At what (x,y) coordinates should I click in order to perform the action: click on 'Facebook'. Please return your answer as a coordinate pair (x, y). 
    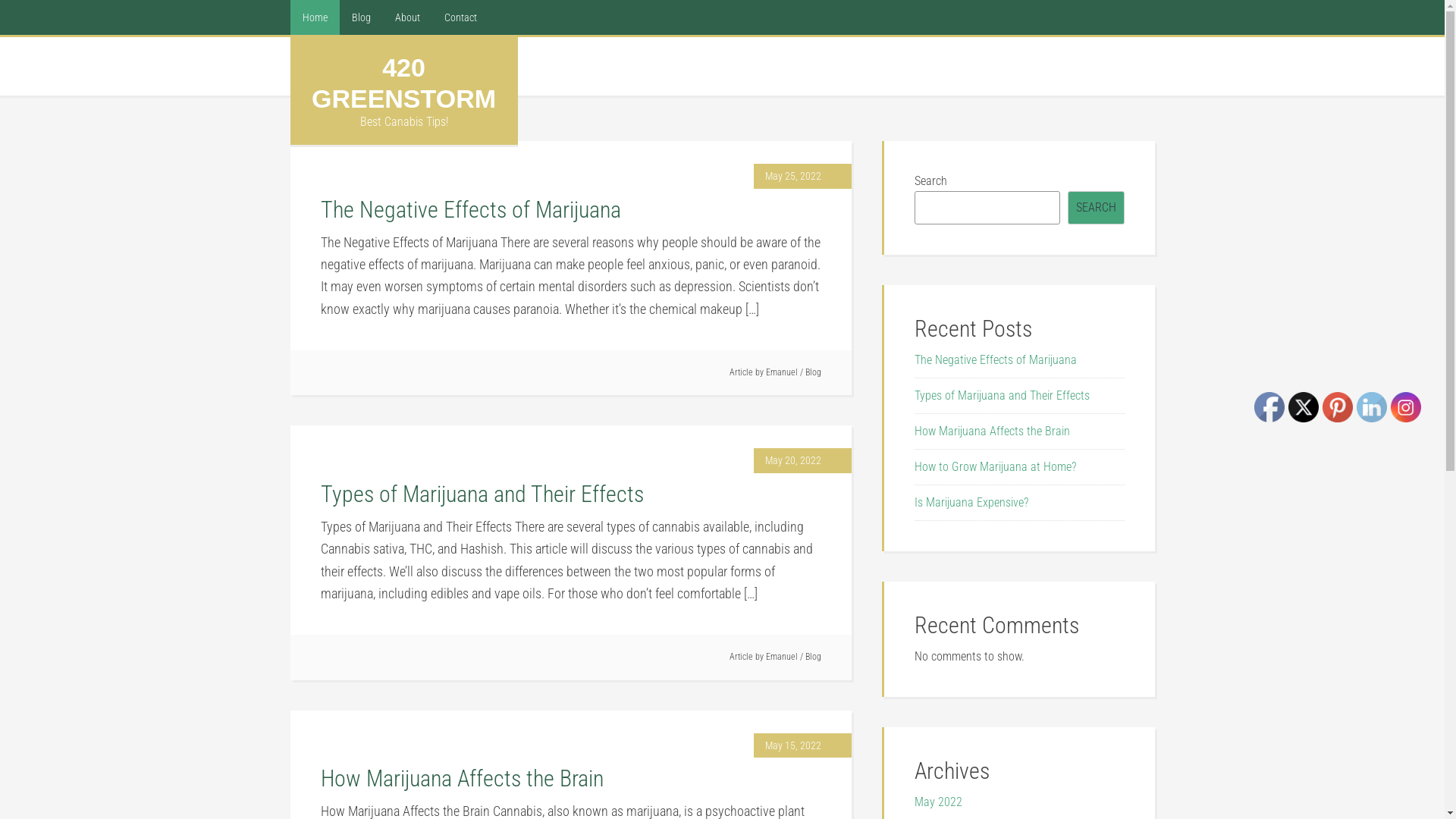
    Looking at the image, I should click on (1254, 406).